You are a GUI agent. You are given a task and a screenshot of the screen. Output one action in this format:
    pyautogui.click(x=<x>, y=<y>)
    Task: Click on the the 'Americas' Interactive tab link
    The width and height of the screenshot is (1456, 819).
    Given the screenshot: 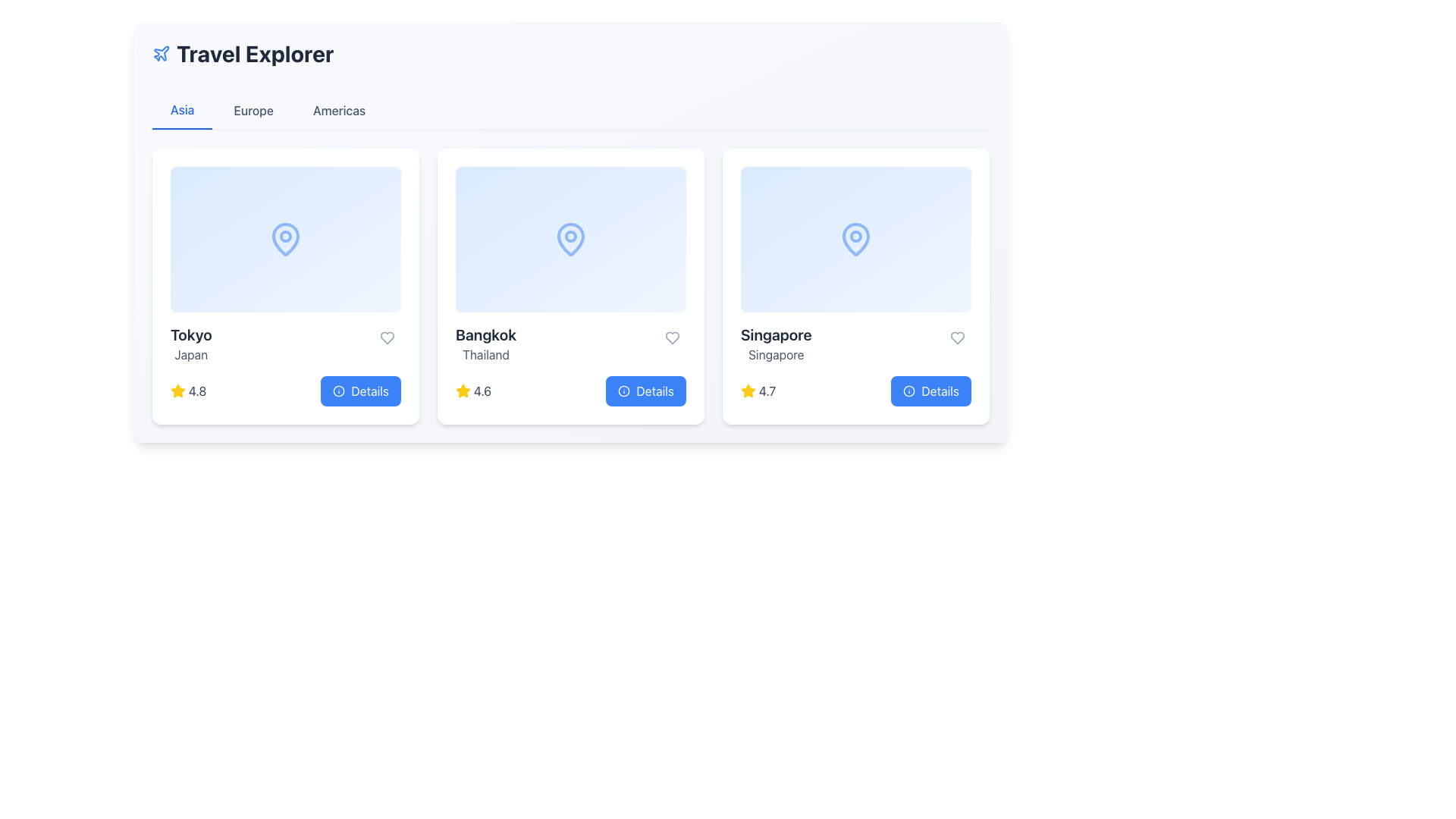 What is the action you would take?
    pyautogui.click(x=338, y=110)
    